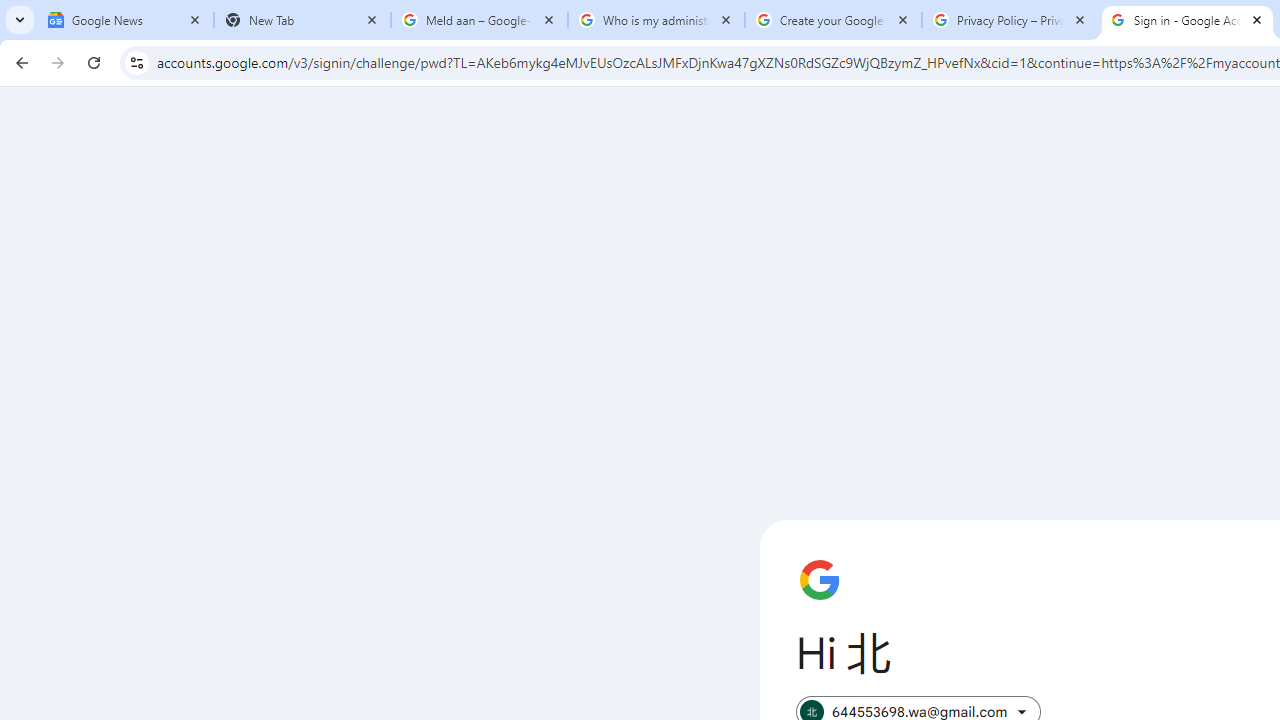 This screenshot has height=720, width=1280. What do you see at coordinates (833, 20) in the screenshot?
I see `'Create your Google Account'` at bounding box center [833, 20].